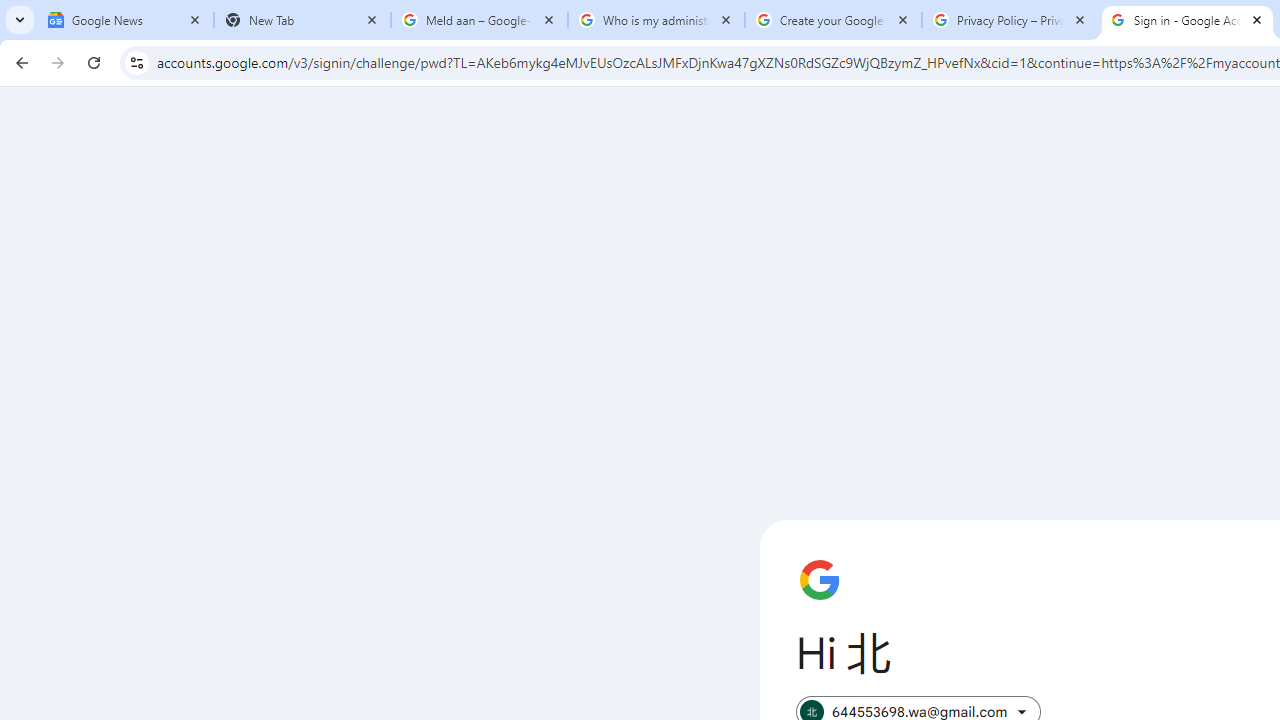 This screenshot has height=720, width=1280. What do you see at coordinates (833, 20) in the screenshot?
I see `'Create your Google Account'` at bounding box center [833, 20].